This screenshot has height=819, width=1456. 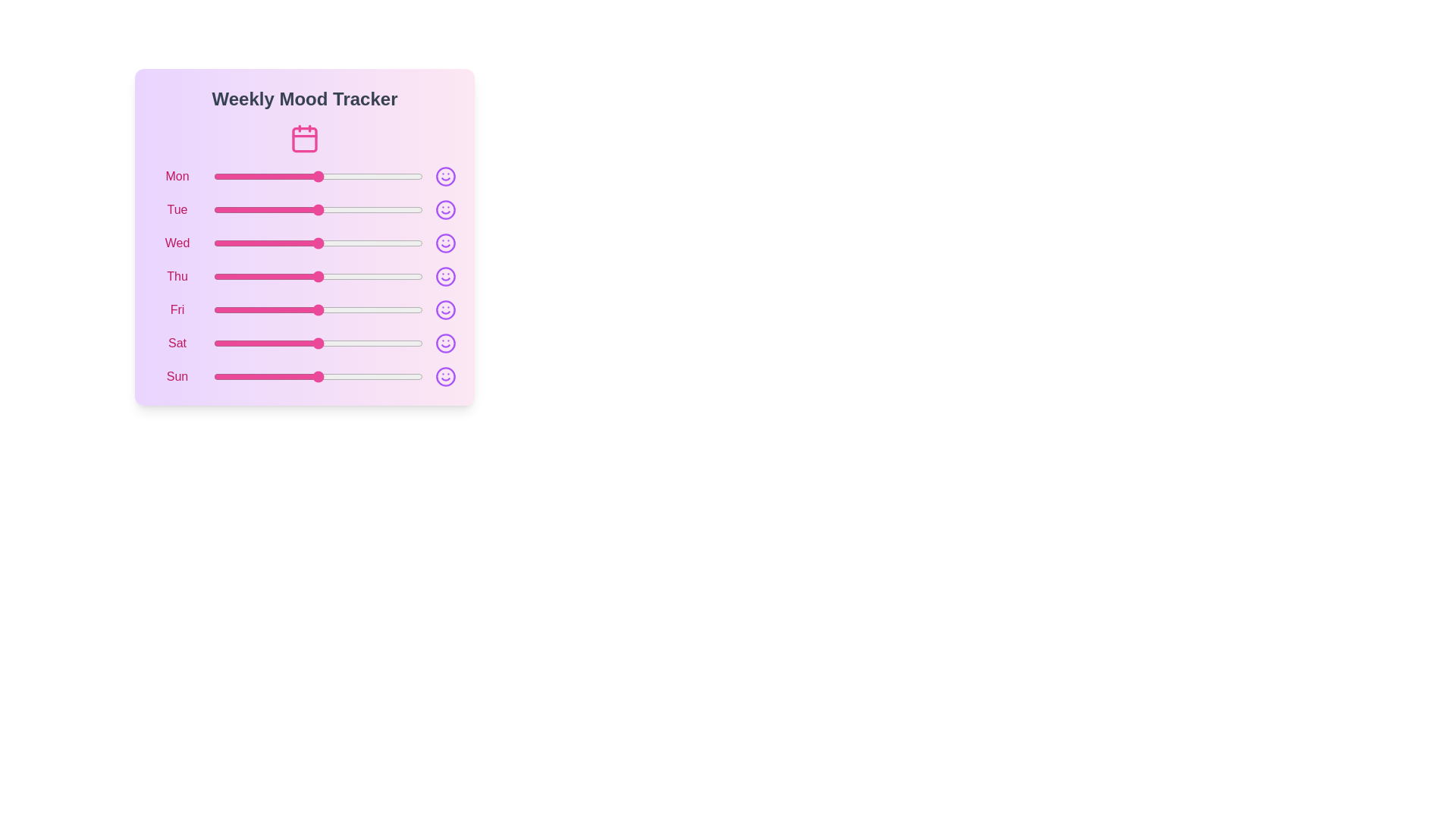 I want to click on the smiley icon corresponding to the day Tue, so click(x=445, y=210).